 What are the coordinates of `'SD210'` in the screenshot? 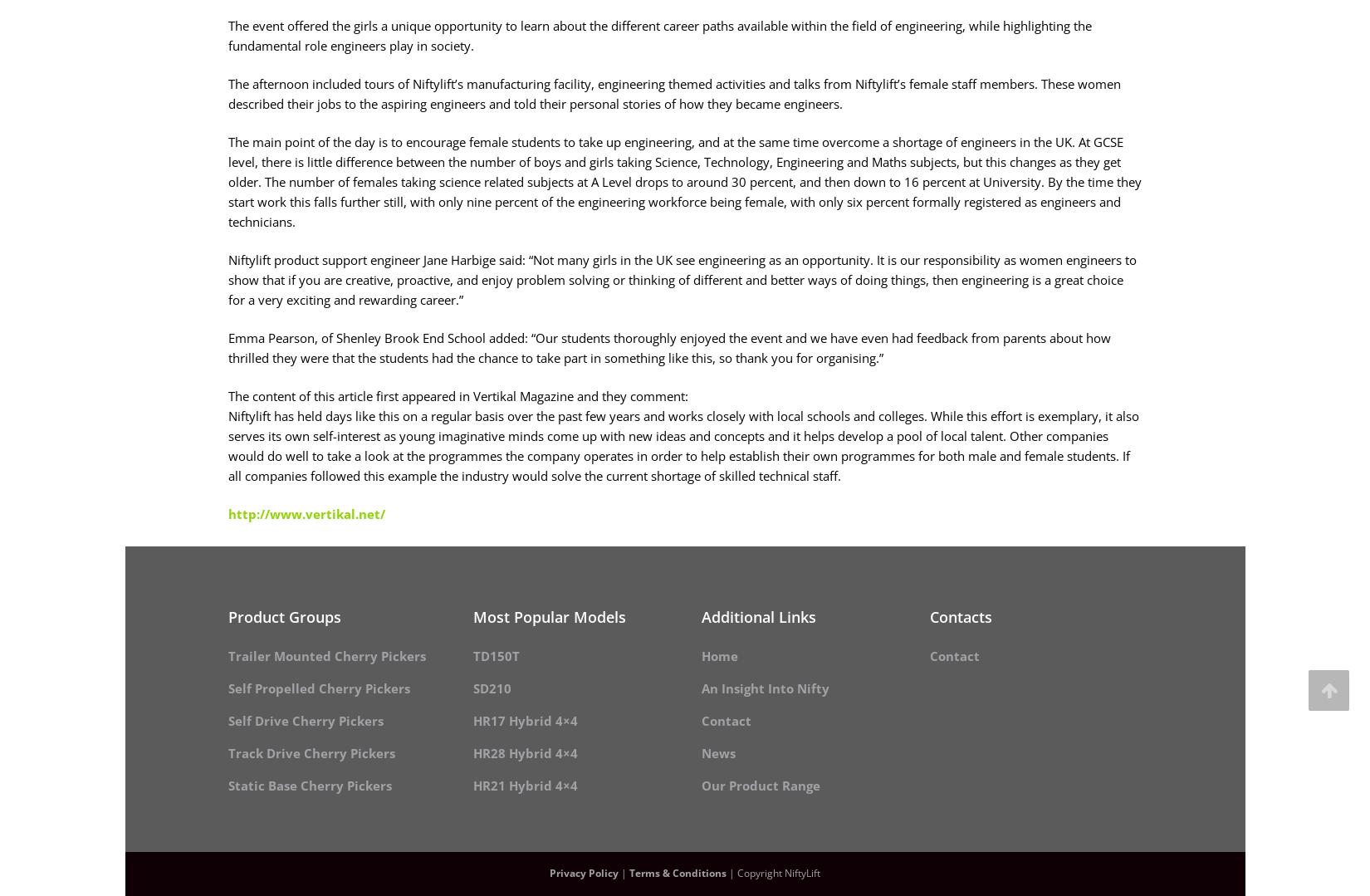 It's located at (492, 687).